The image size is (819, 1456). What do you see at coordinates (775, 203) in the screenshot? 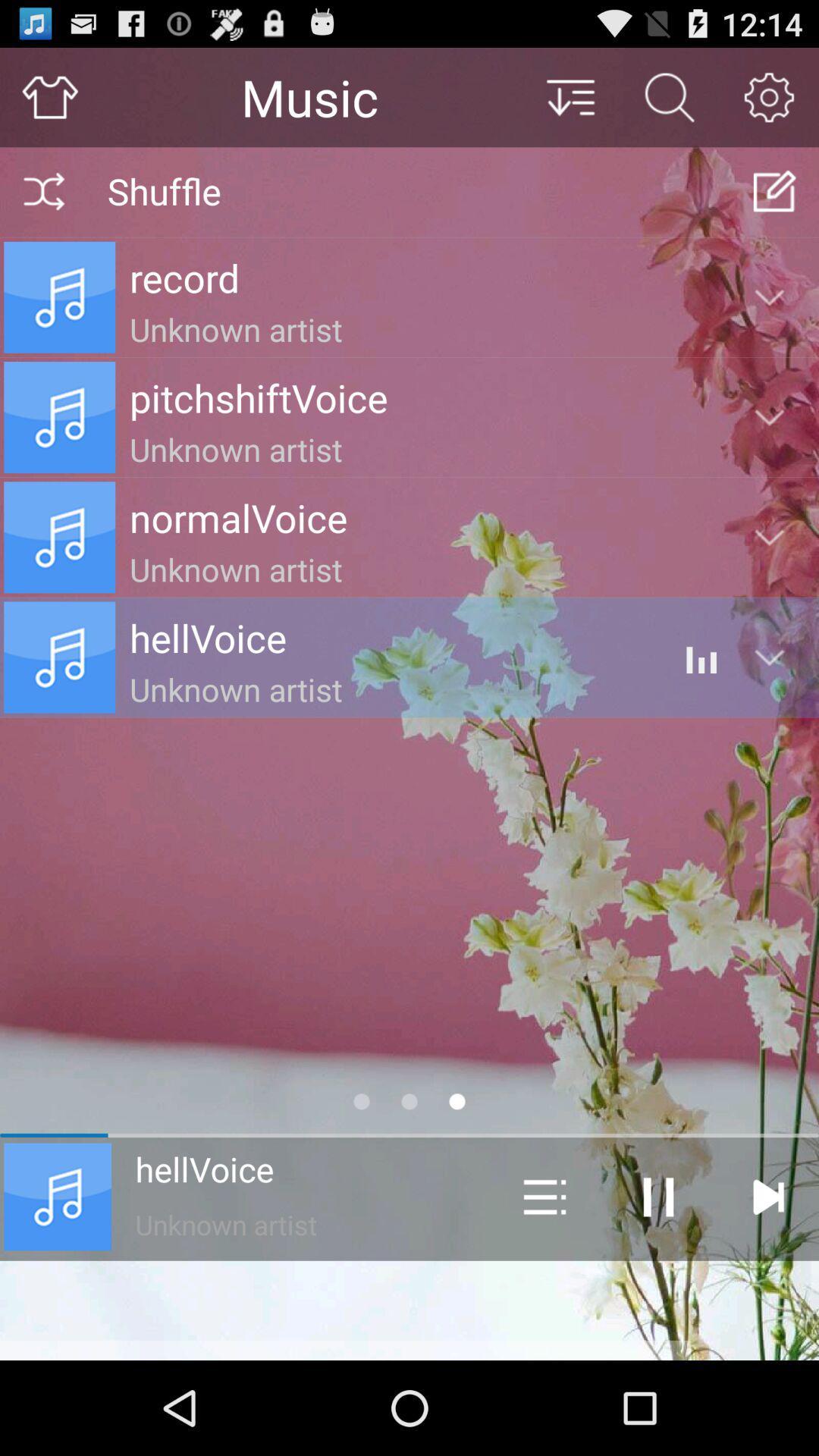
I see `the edit icon` at bounding box center [775, 203].